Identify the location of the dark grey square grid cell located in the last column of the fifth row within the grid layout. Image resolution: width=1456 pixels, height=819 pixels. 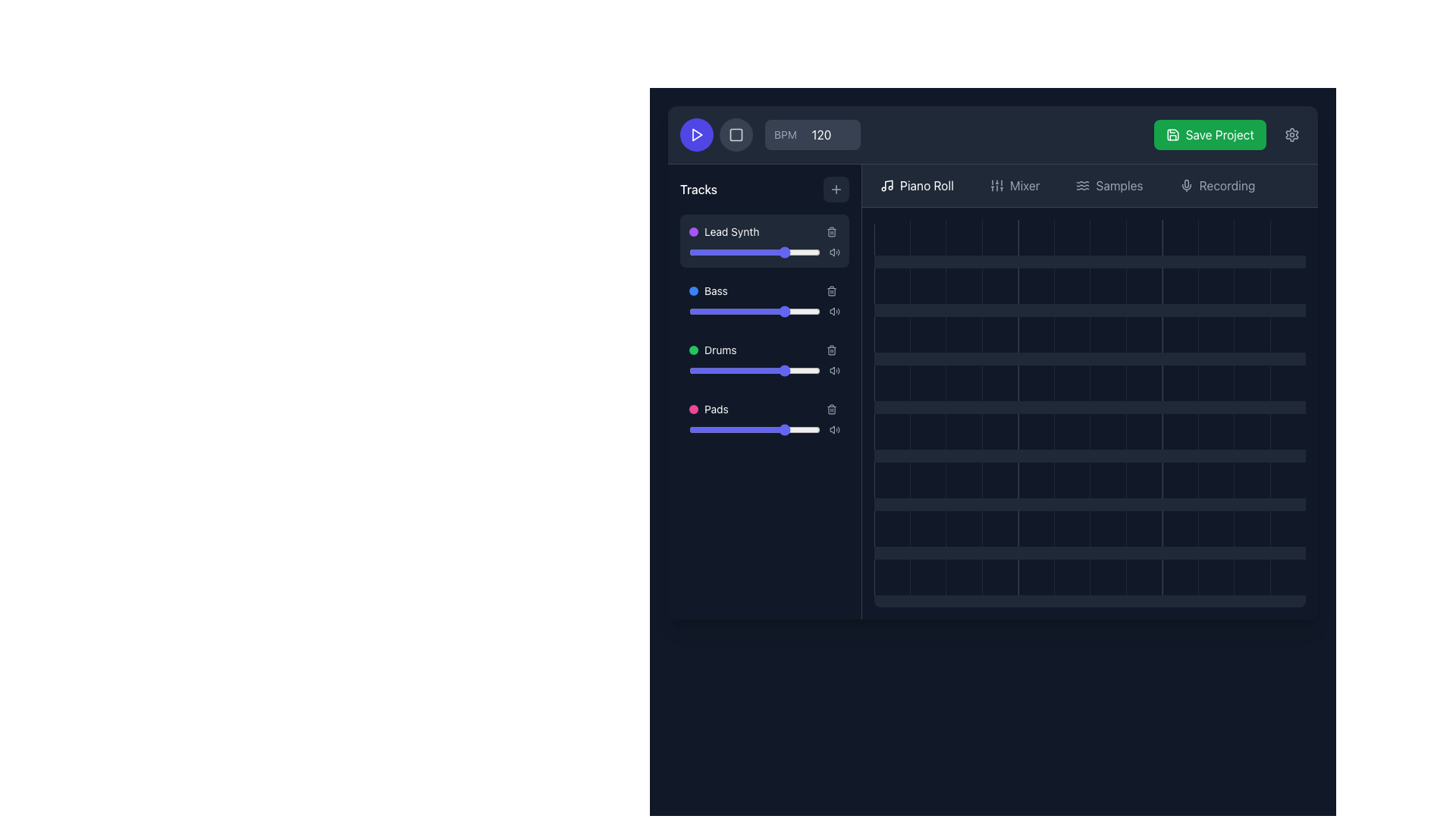
(1287, 431).